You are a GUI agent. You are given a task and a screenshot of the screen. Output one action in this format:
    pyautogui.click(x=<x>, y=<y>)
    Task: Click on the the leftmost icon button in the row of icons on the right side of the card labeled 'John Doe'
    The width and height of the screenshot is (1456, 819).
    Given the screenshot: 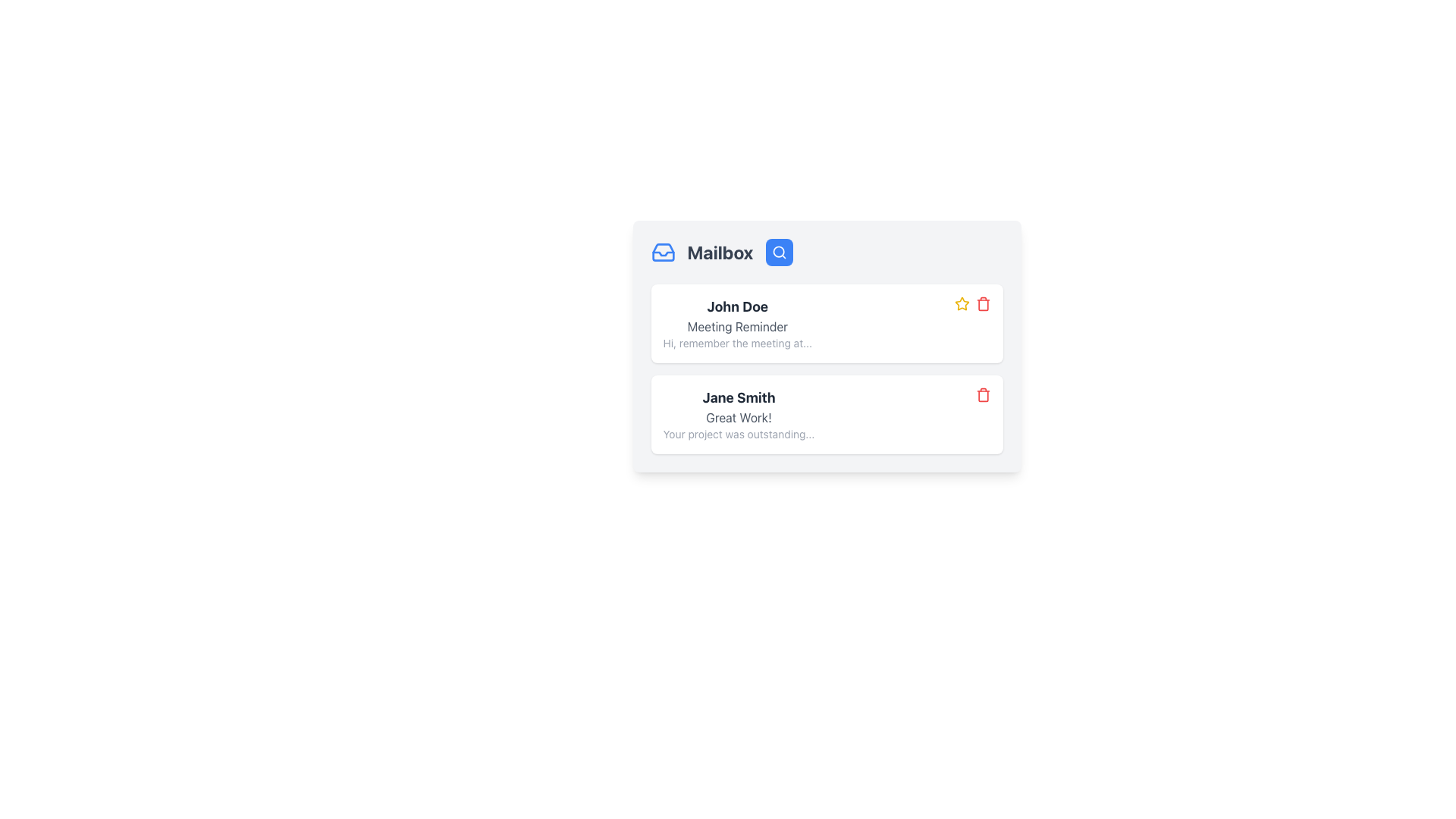 What is the action you would take?
    pyautogui.click(x=961, y=304)
    